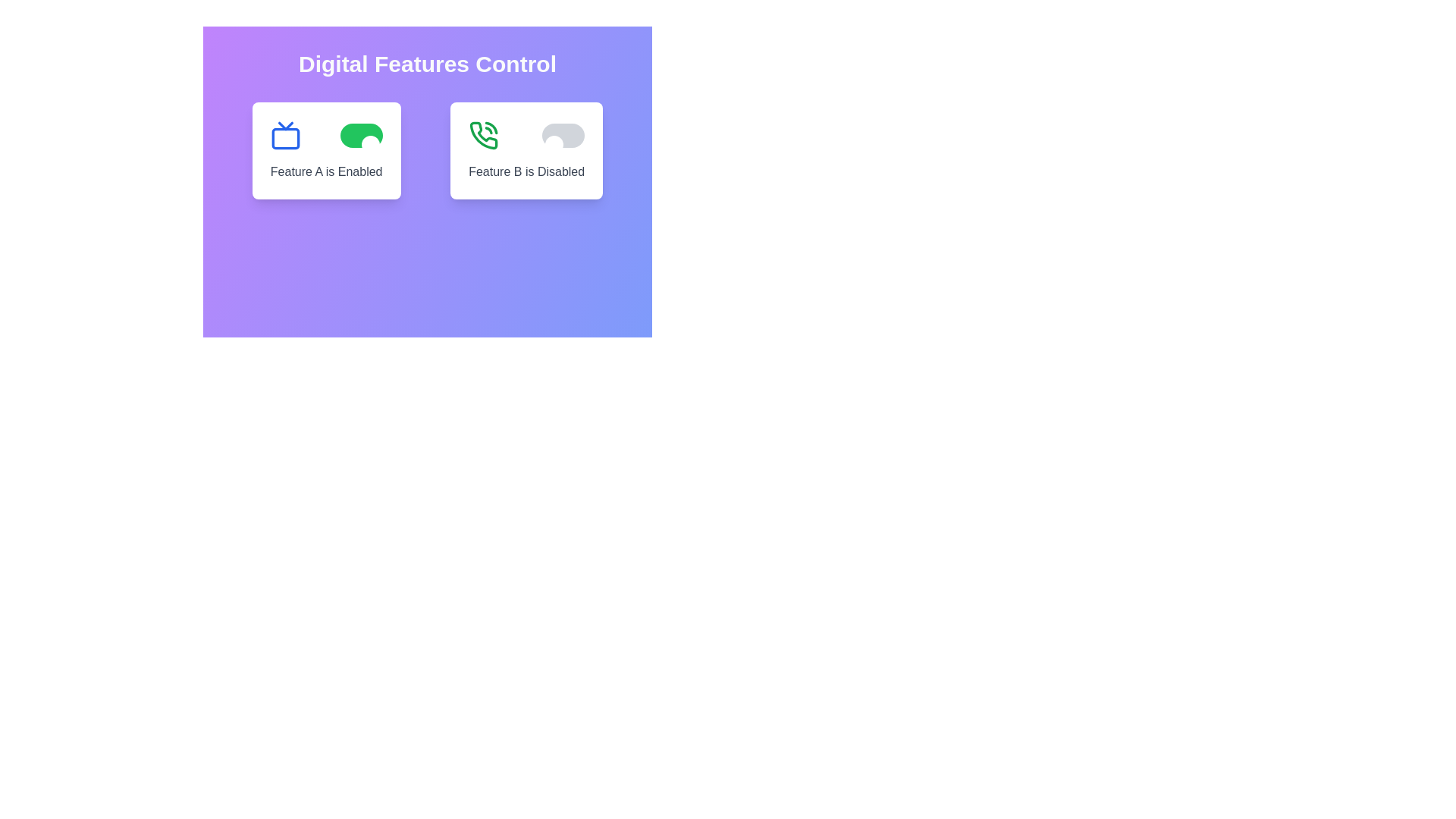 This screenshot has width=1456, height=819. I want to click on the decorative part of the television icon located at the top of the left card component, so click(285, 125).